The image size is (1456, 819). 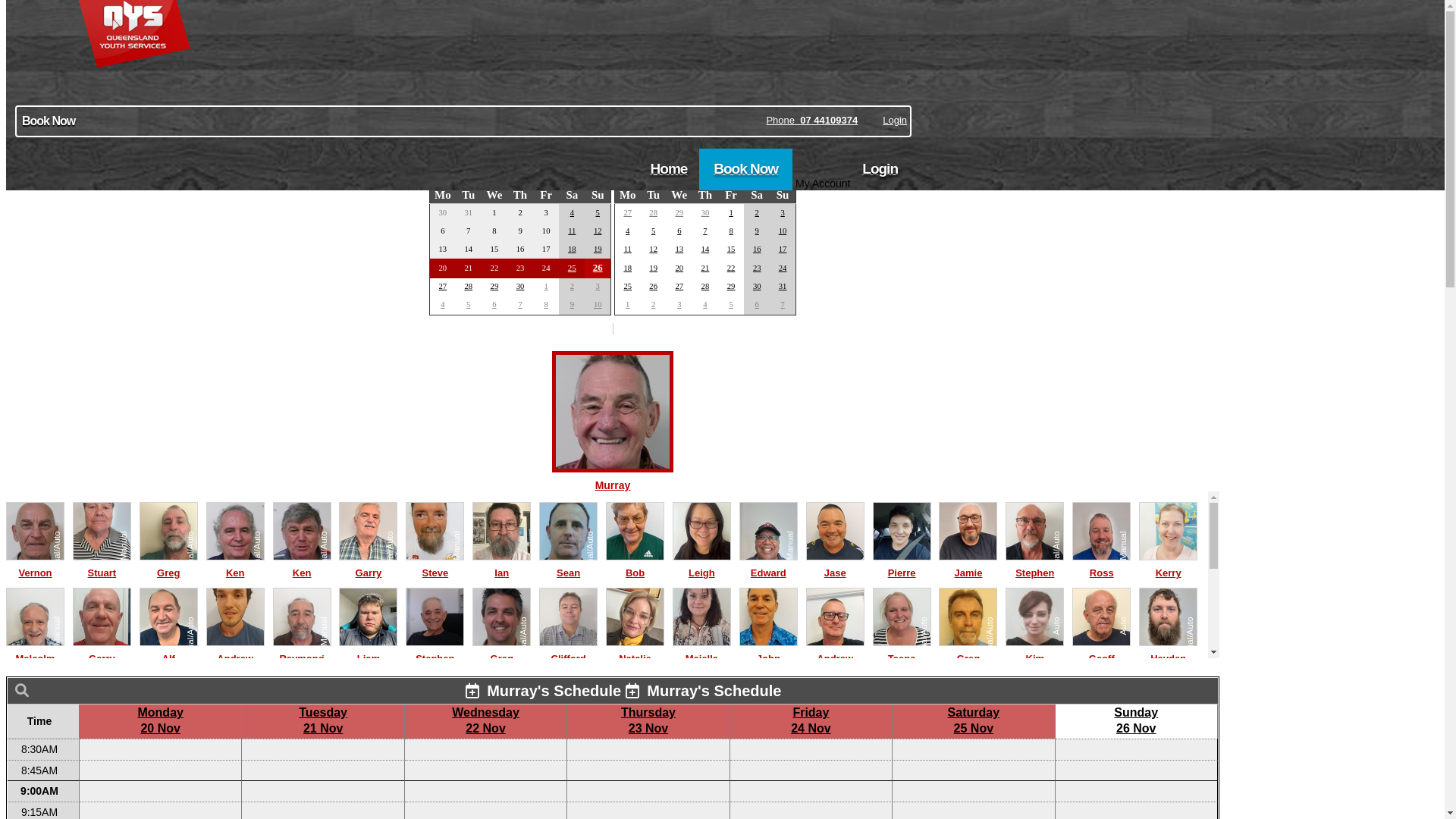 What do you see at coordinates (1005, 565) in the screenshot?
I see `'Stephen` at bounding box center [1005, 565].